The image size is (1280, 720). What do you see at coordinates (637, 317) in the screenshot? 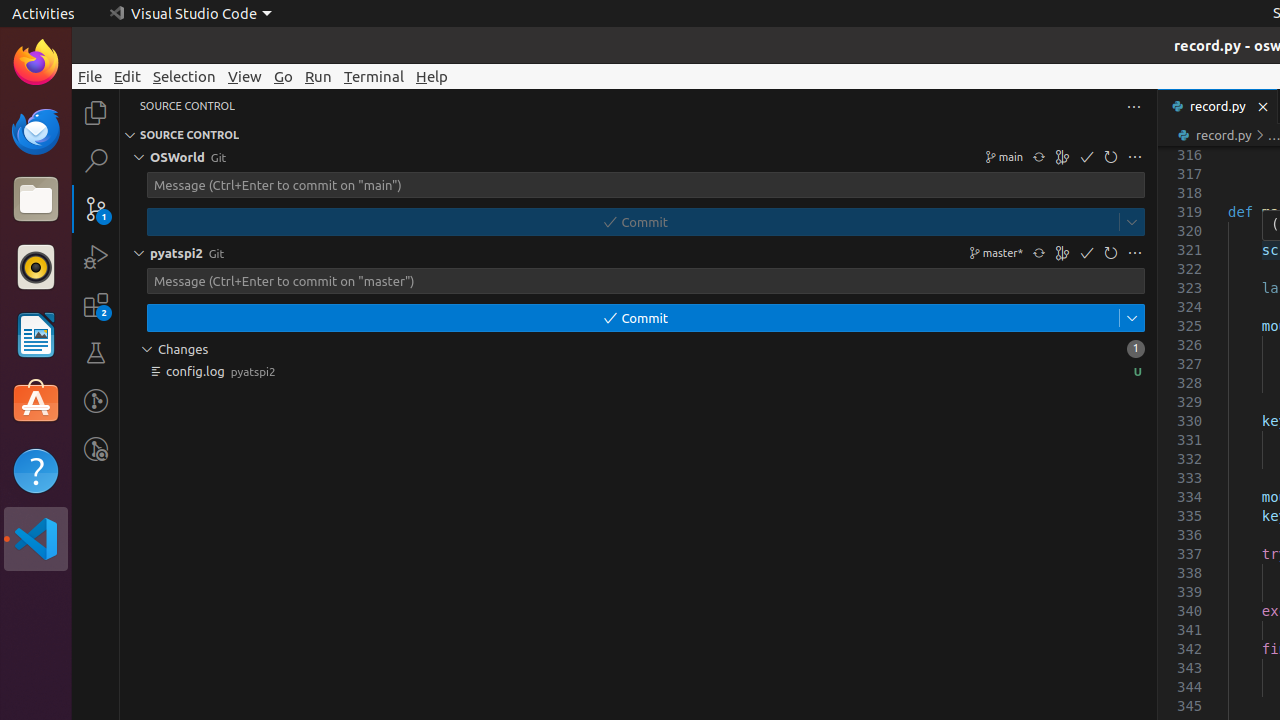
I see `'$(check) Commit'` at bounding box center [637, 317].